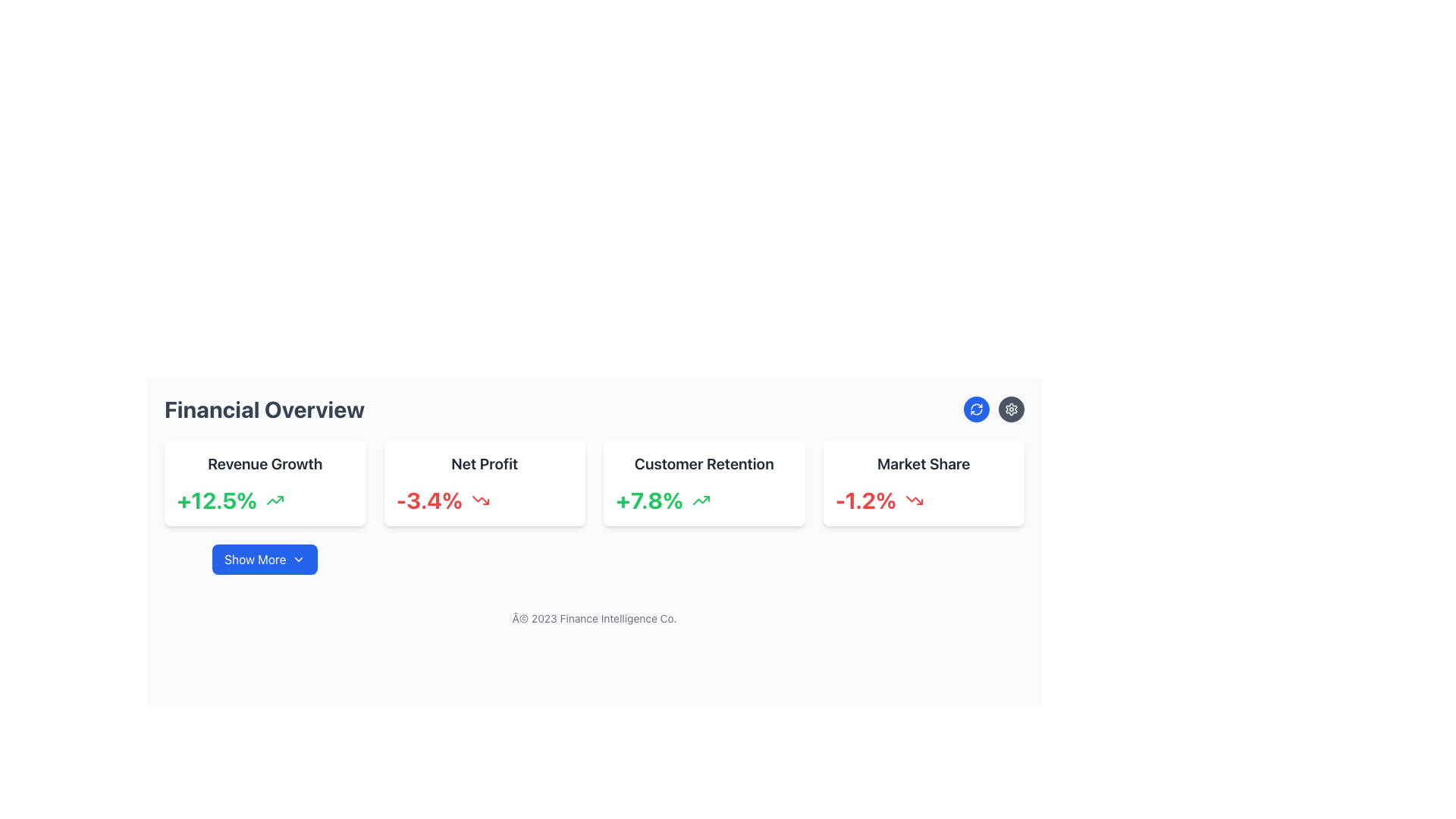  Describe the element at coordinates (976, 409) in the screenshot. I see `the refresh button located in the right corner of the layout to reload the content` at that location.